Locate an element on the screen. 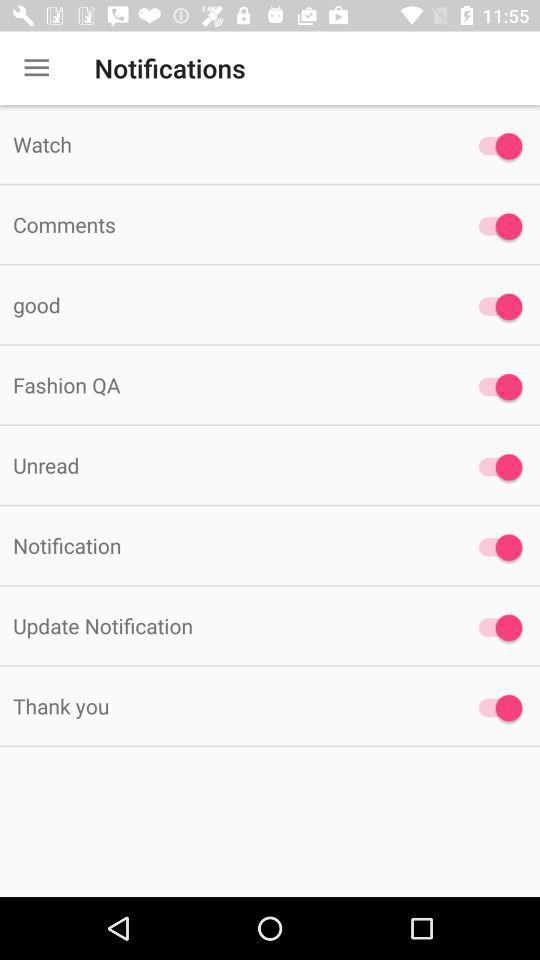  fashion qa notifications is located at coordinates (494, 386).